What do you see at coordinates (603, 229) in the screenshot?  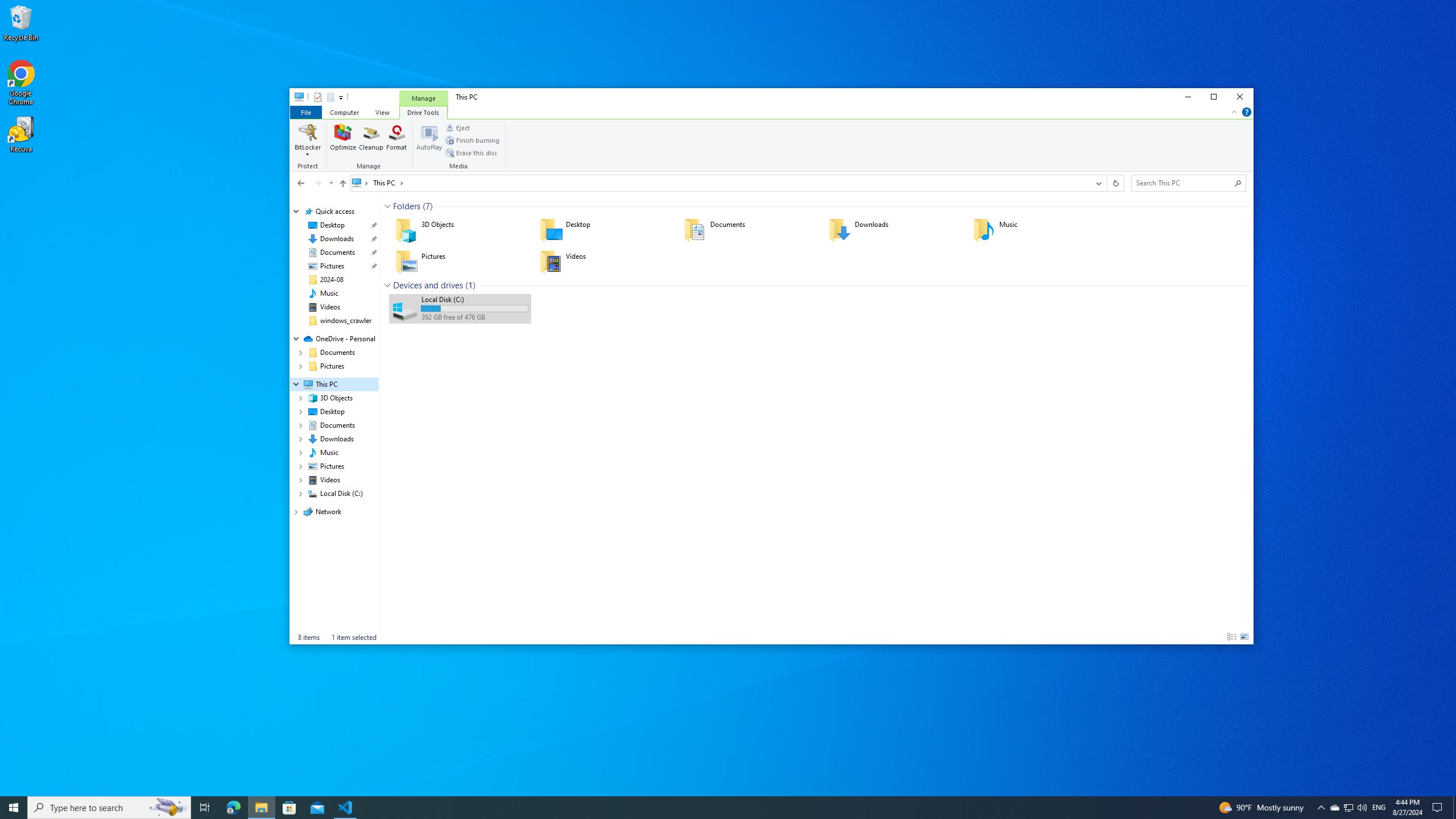 I see `'Desktop'` at bounding box center [603, 229].